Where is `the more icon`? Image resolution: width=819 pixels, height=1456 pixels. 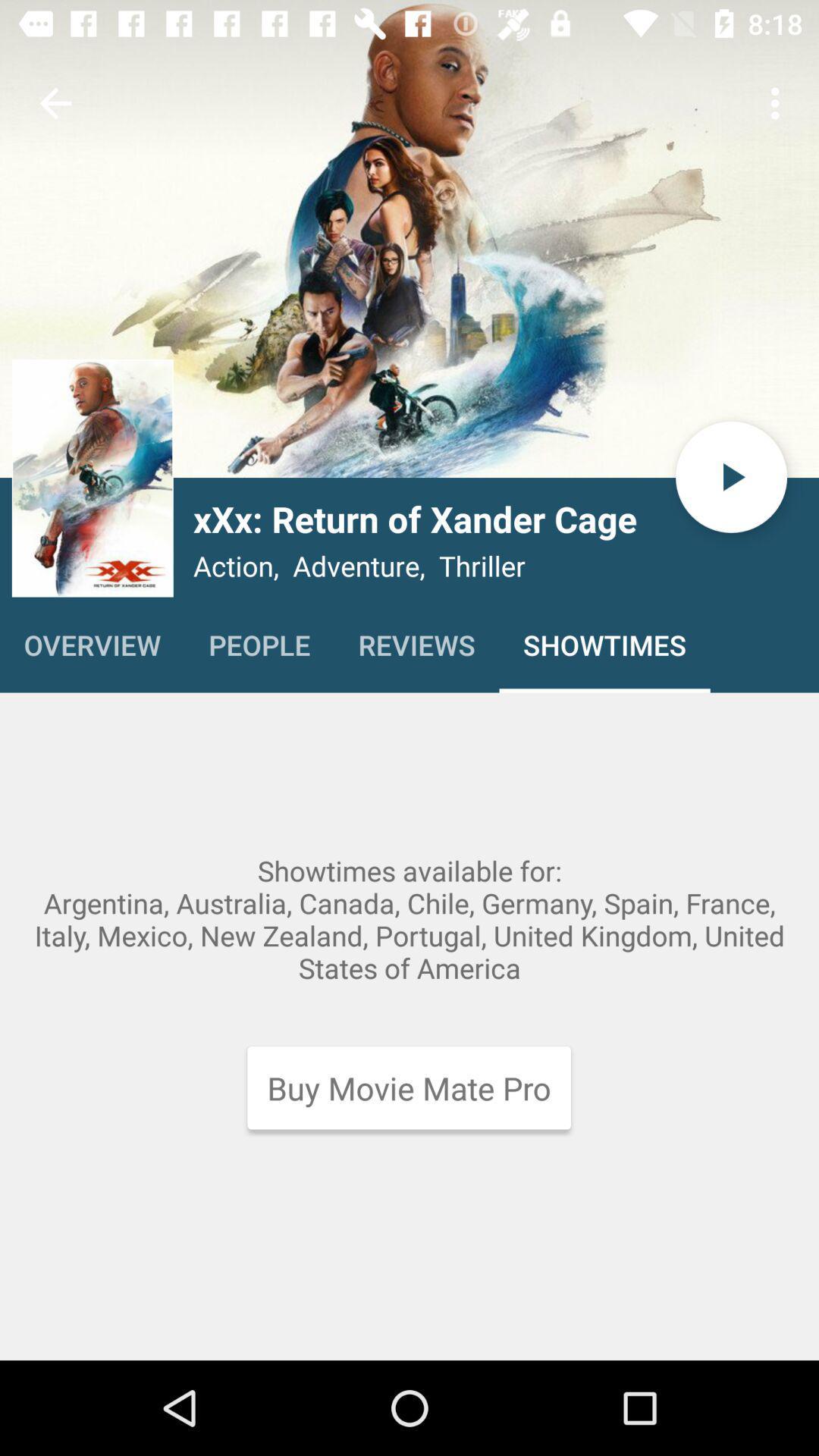
the more icon is located at coordinates (93, 477).